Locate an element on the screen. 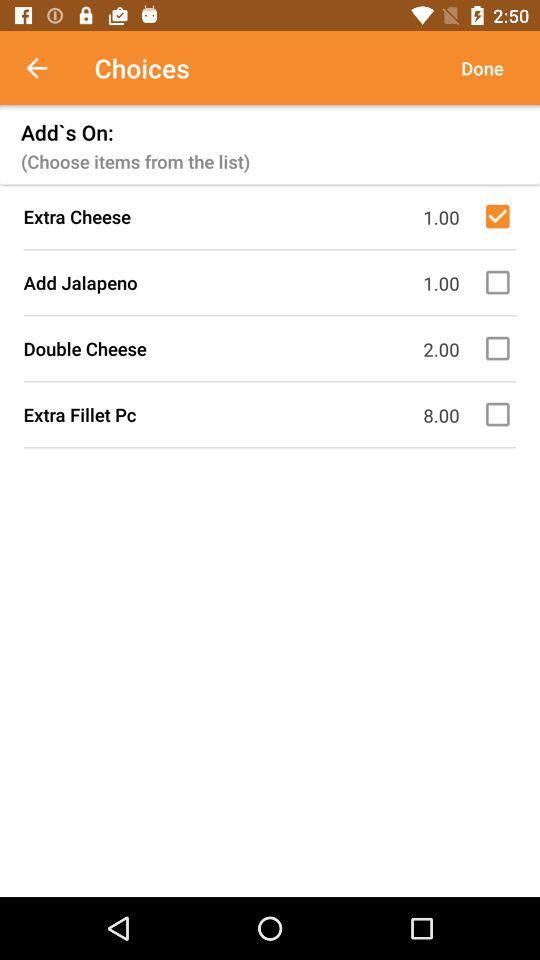 Image resolution: width=540 pixels, height=960 pixels. item to the left of the choices icon is located at coordinates (47, 68).